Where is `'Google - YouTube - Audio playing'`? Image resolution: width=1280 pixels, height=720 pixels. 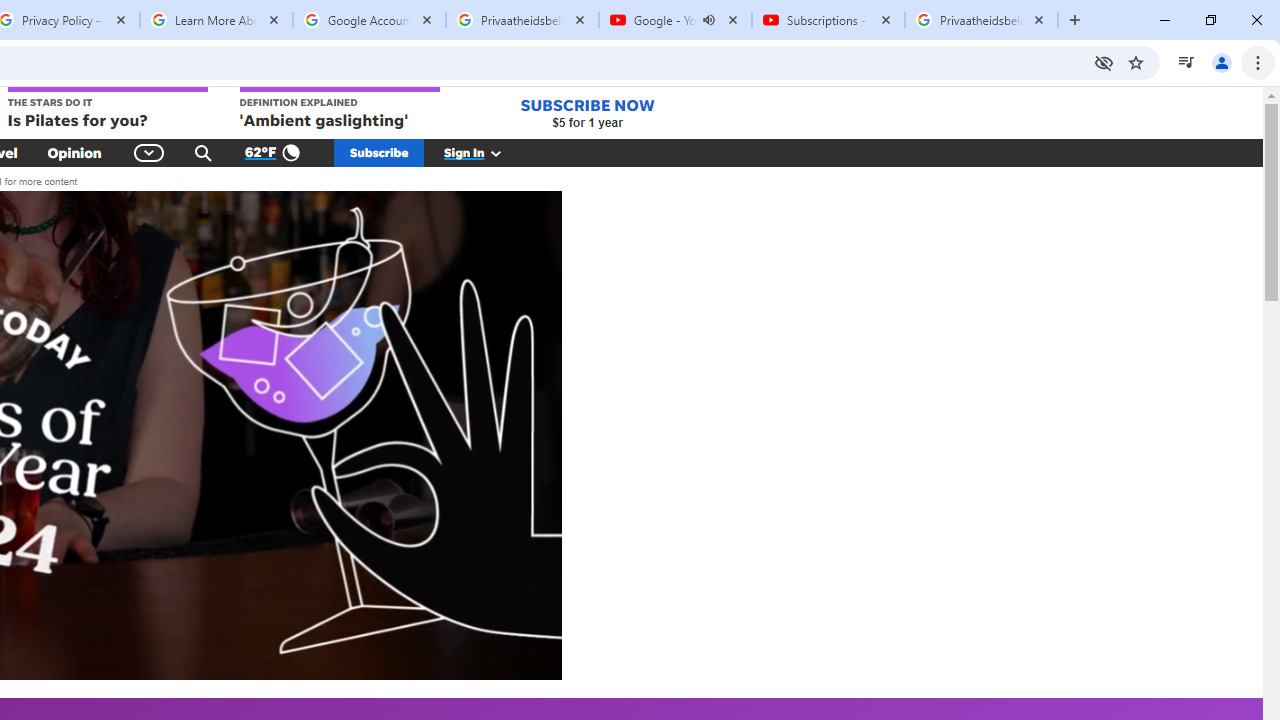 'Google - YouTube - Audio playing' is located at coordinates (675, 20).